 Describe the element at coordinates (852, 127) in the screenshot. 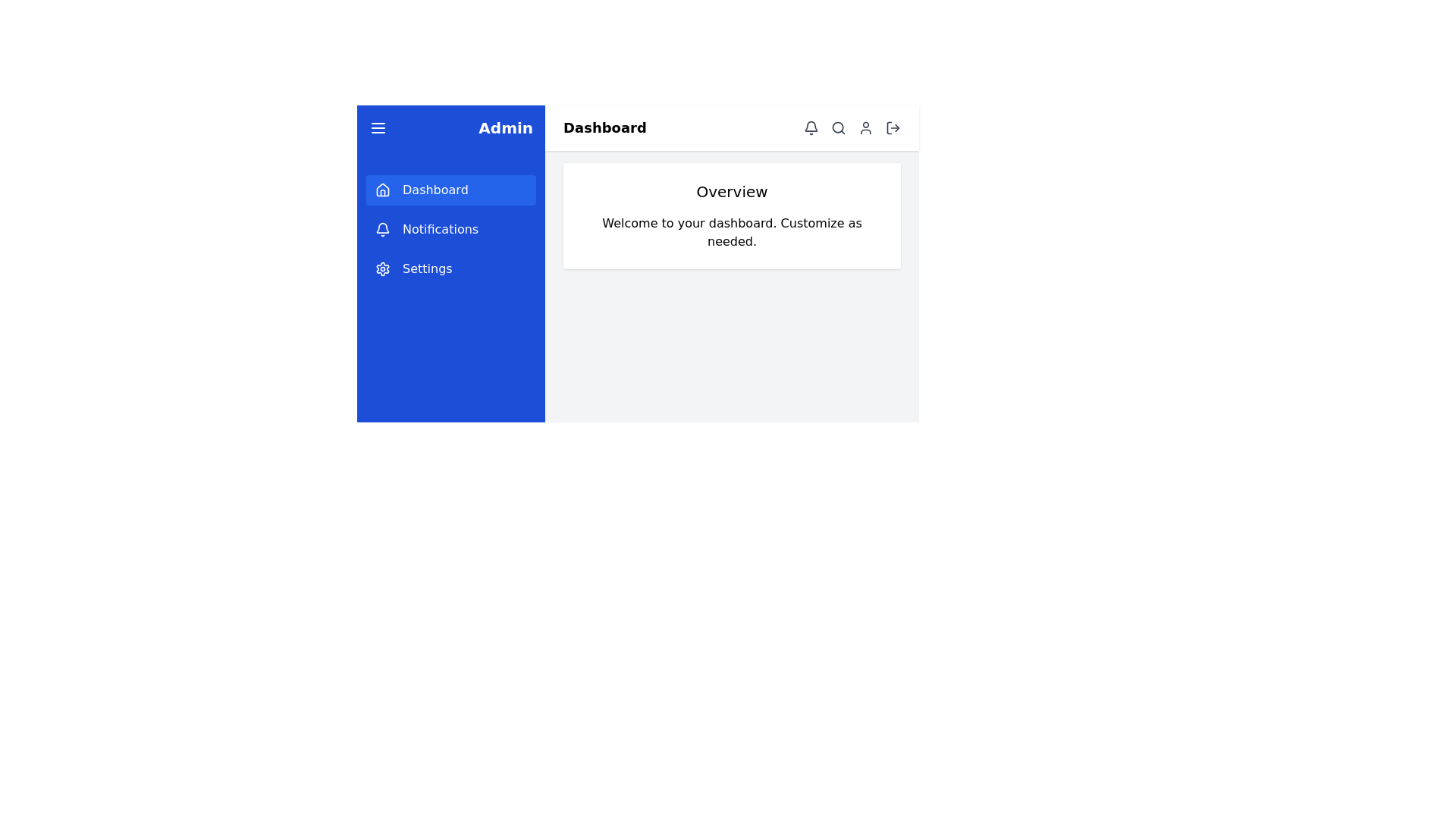

I see `the icon in the navigation and utility toolbar located at the header section, aligned to the right` at that location.